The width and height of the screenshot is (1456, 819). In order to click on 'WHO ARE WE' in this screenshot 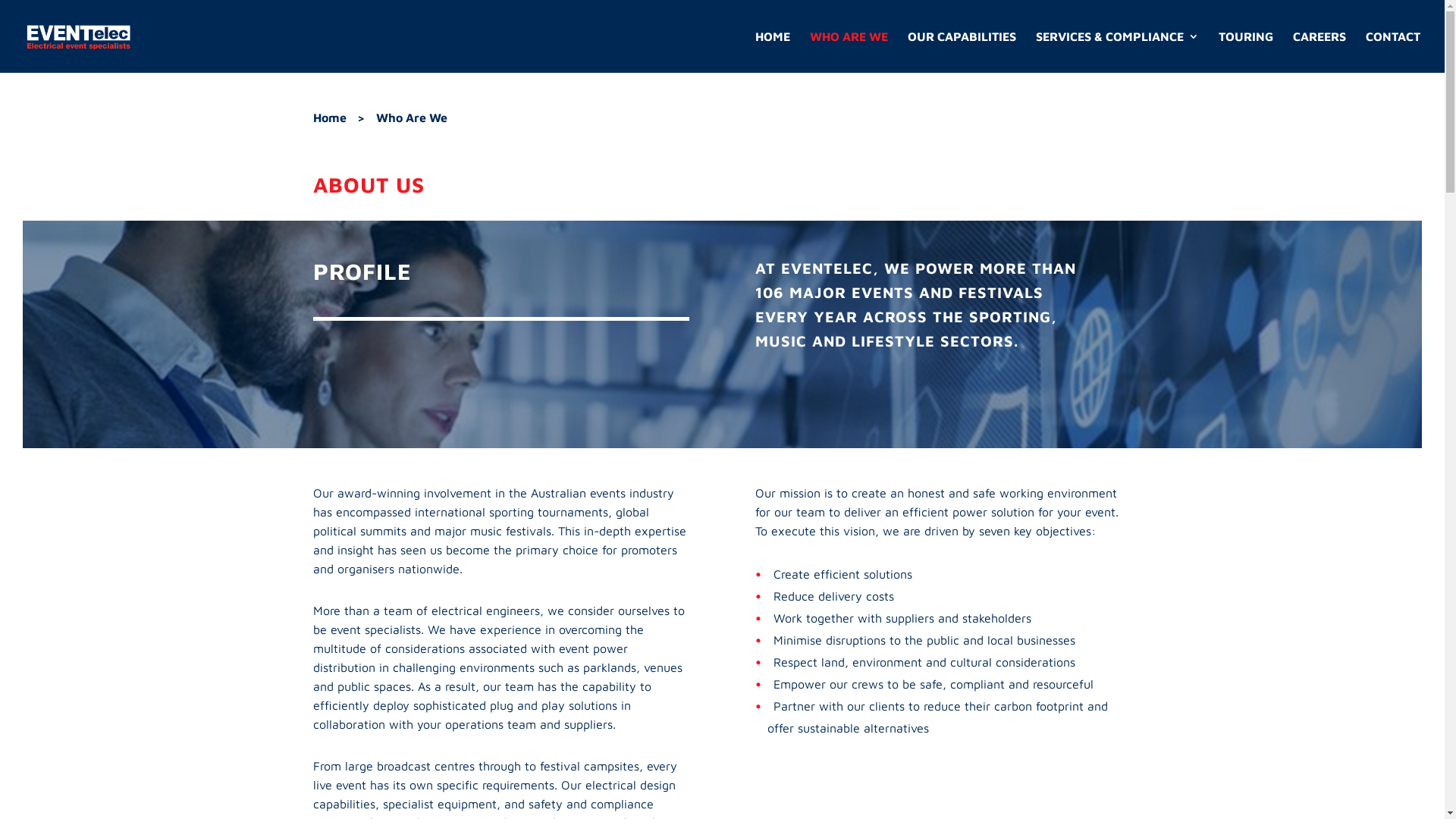, I will do `click(848, 51)`.